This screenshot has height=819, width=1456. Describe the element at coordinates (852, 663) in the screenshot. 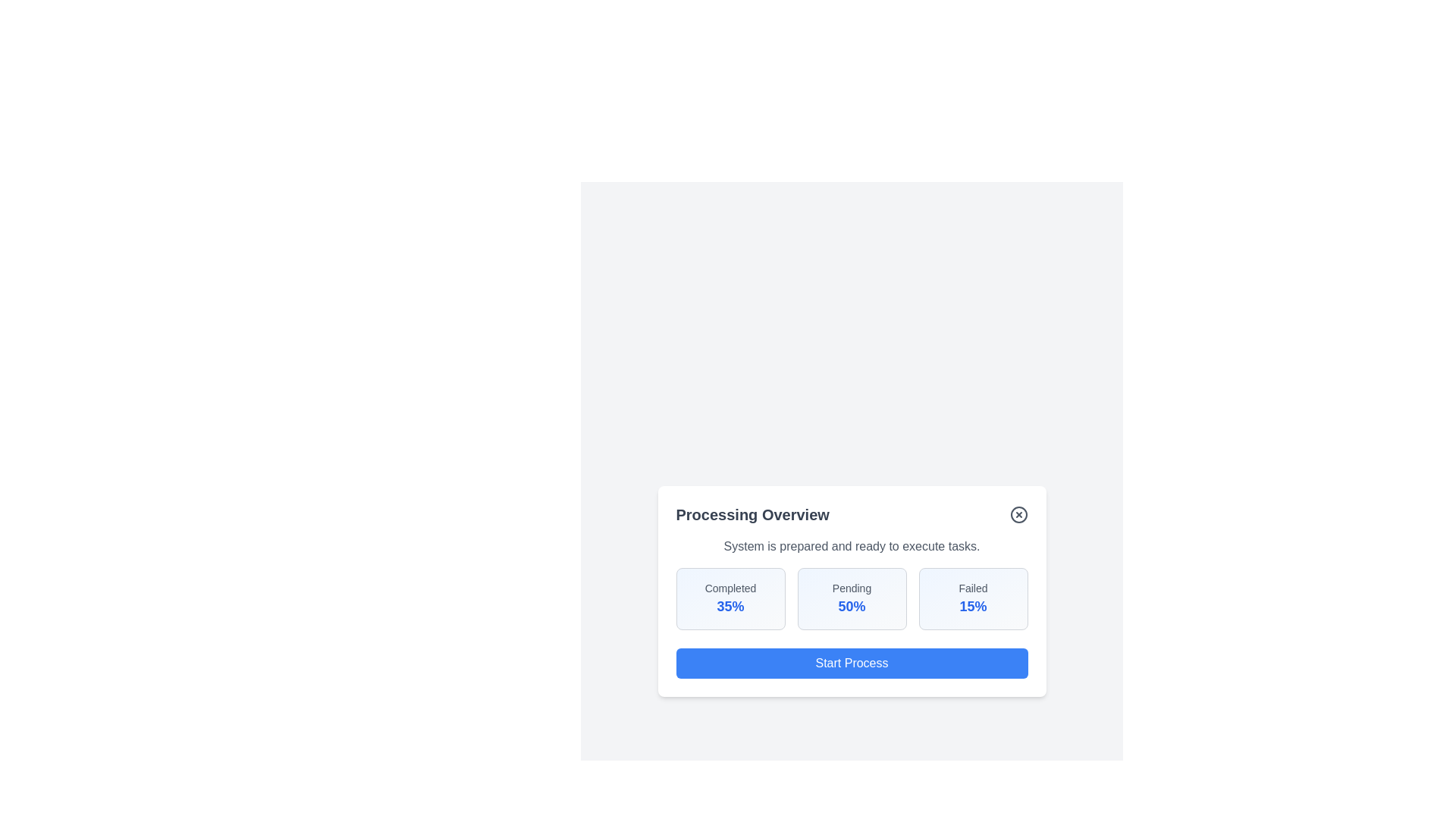

I see `'Start Process' button to initiate the process` at that location.